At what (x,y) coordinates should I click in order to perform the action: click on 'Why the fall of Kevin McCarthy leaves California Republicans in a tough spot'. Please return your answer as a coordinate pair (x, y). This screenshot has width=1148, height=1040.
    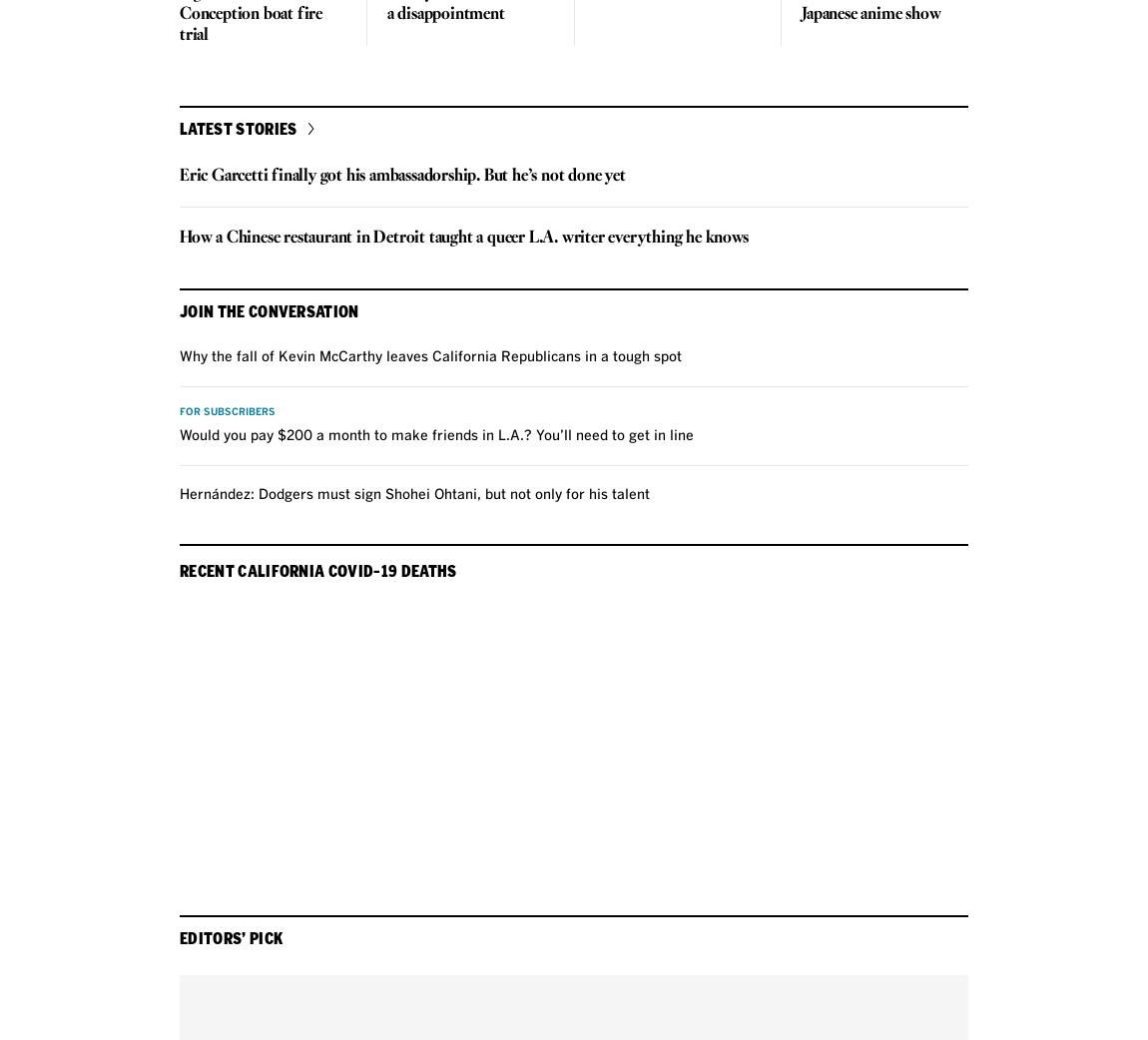
    Looking at the image, I should click on (178, 356).